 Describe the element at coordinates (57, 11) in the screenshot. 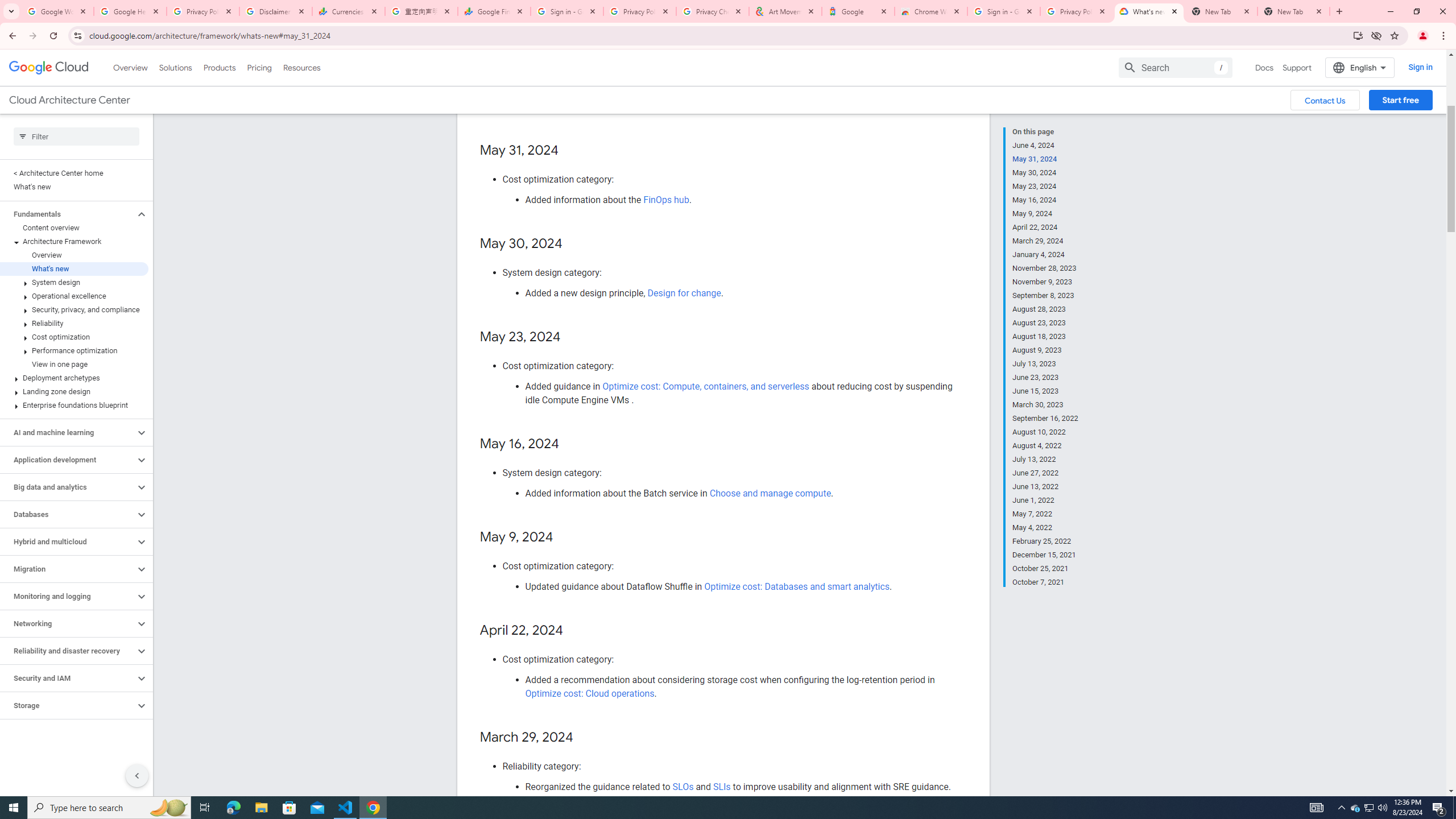

I see `'Google Workspace Admin Community'` at that location.